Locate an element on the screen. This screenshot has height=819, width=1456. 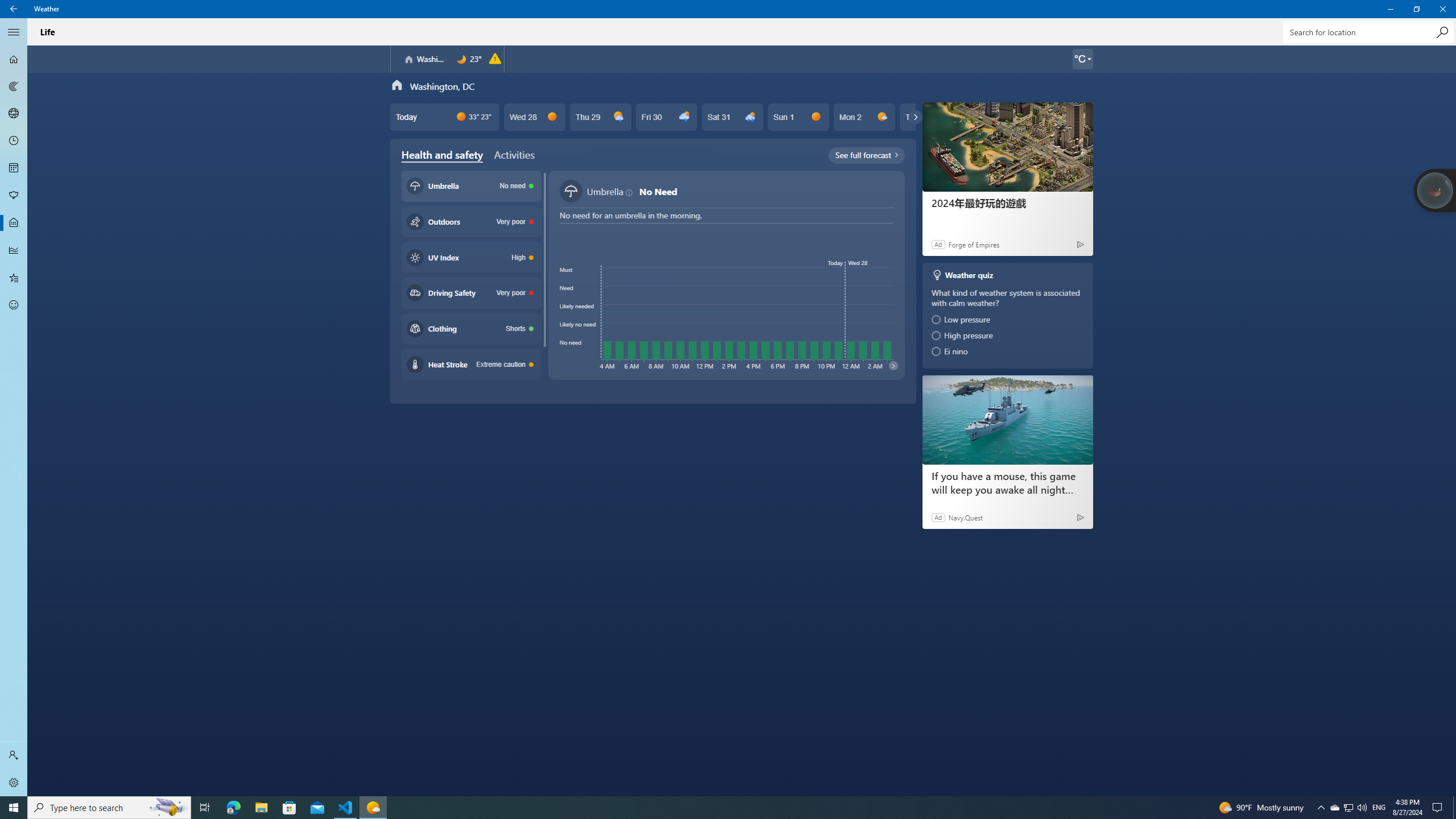
'Minimize Weather' is located at coordinates (1389, 9).